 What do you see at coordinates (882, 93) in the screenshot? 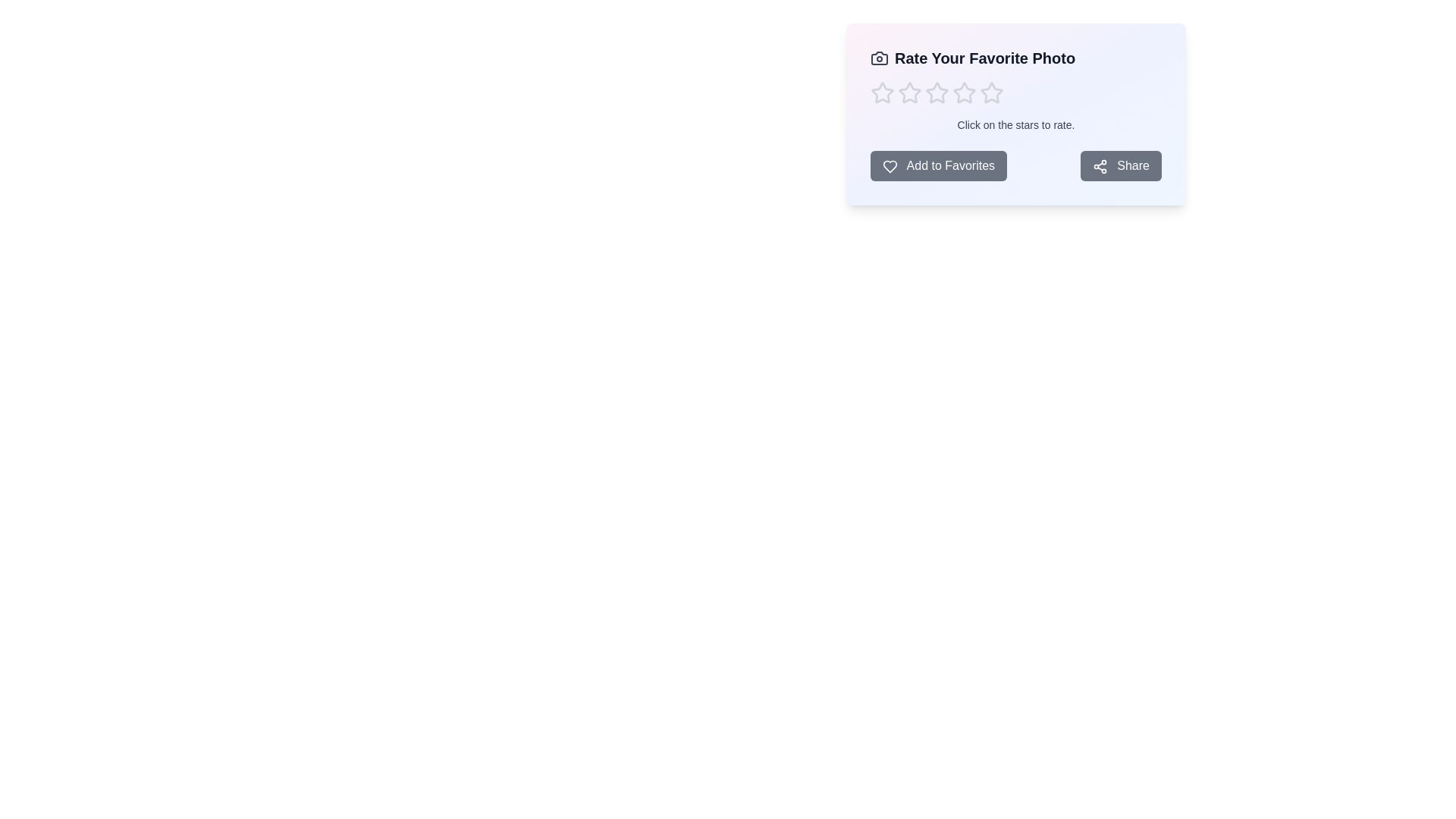
I see `the first star-shaped rating button, which is light gray and outlined, positioned leftmost in the sequence of five stars aligned horizontally below the 'Rate Your Favorite Photo' header, to trigger a tooltip or visual feedback` at bounding box center [882, 93].